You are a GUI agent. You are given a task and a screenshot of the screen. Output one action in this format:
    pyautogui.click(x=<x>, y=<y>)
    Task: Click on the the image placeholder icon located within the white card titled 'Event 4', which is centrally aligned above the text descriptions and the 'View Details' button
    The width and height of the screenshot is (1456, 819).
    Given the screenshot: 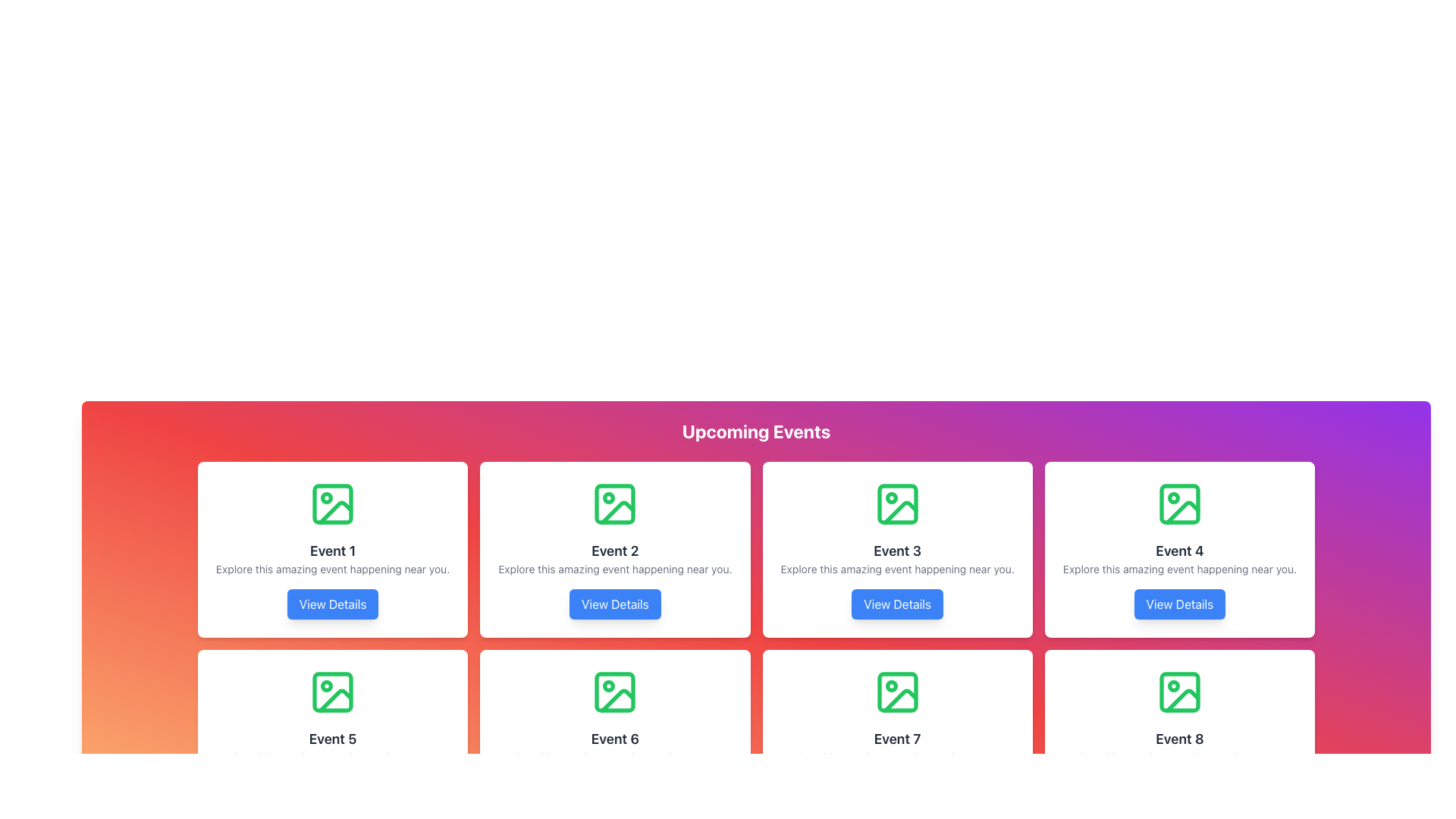 What is the action you would take?
    pyautogui.click(x=1178, y=504)
    